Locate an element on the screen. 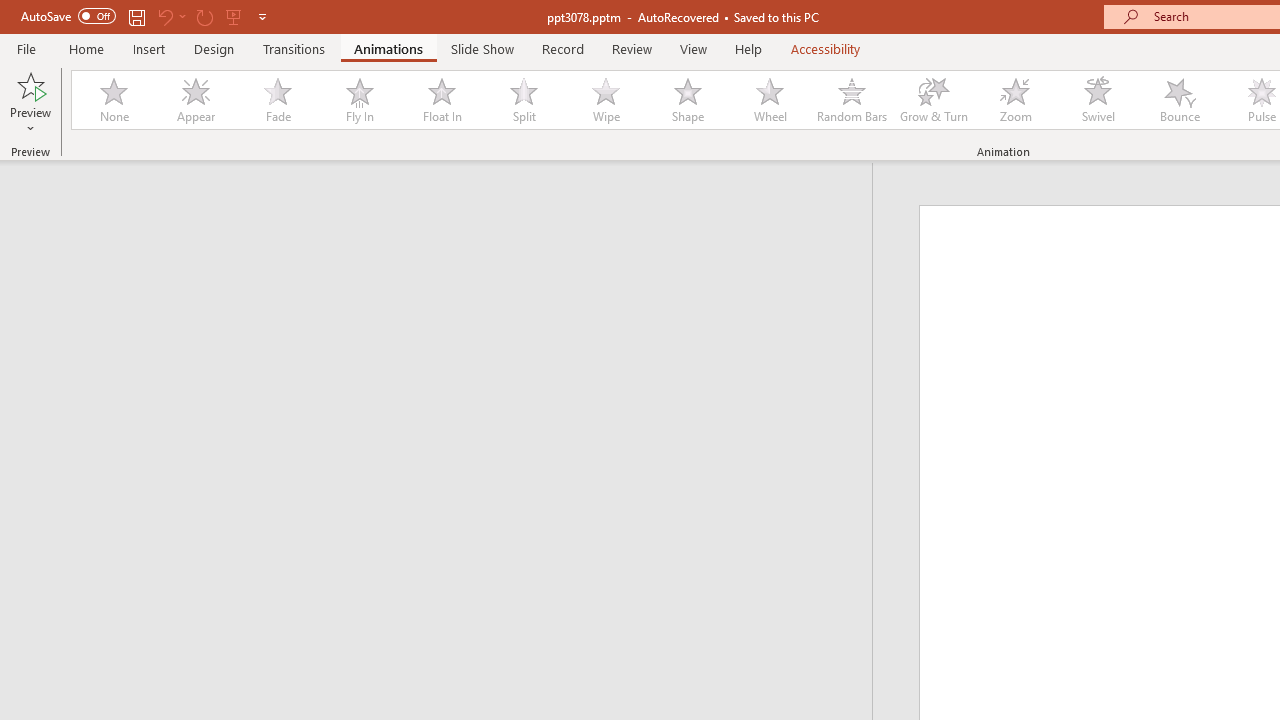 The height and width of the screenshot is (720, 1280). 'Transitions' is located at coordinates (294, 48).